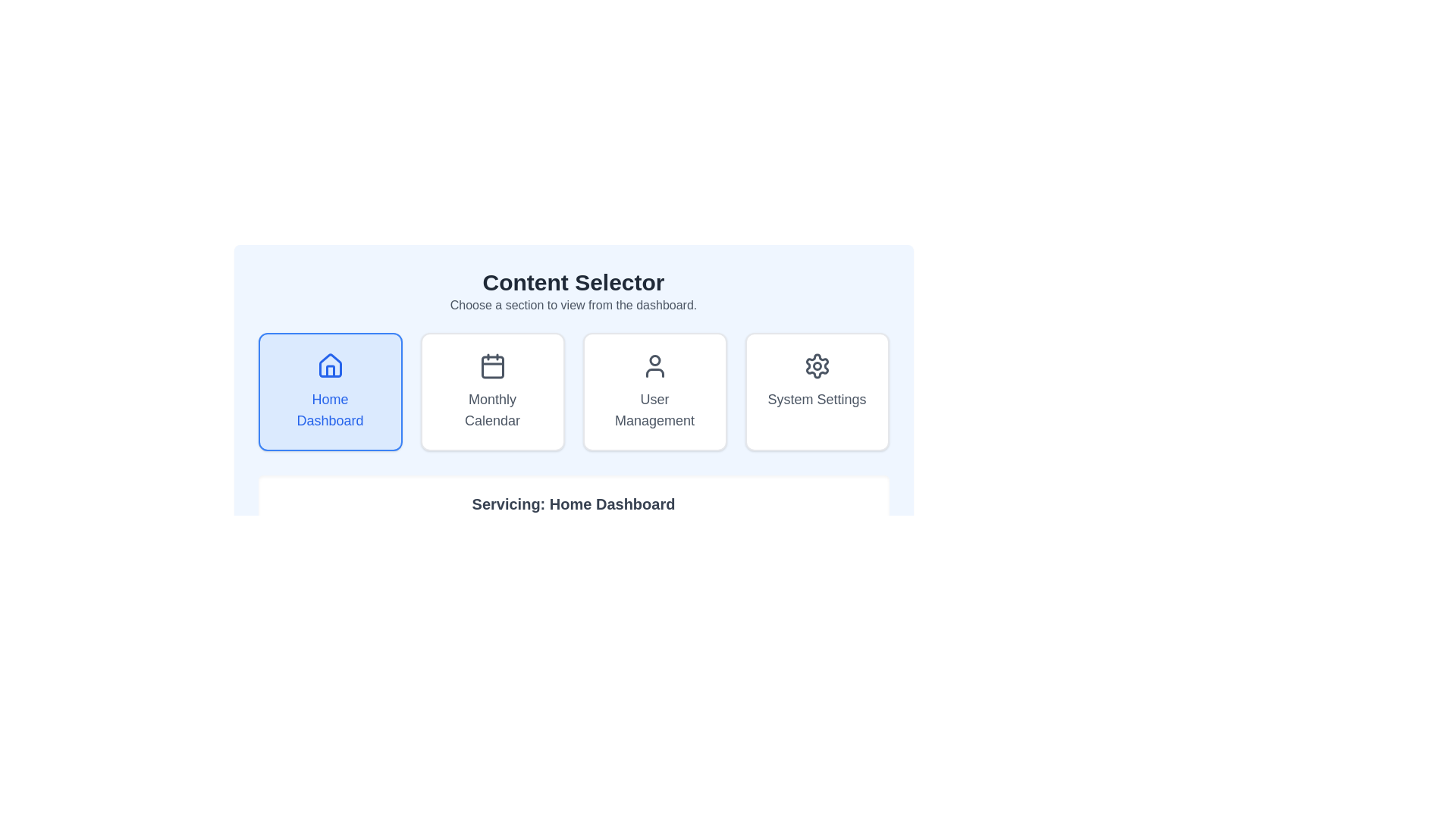 The width and height of the screenshot is (1456, 819). What do you see at coordinates (816, 391) in the screenshot?
I see `the 'System Settings' button-like interactive card` at bounding box center [816, 391].